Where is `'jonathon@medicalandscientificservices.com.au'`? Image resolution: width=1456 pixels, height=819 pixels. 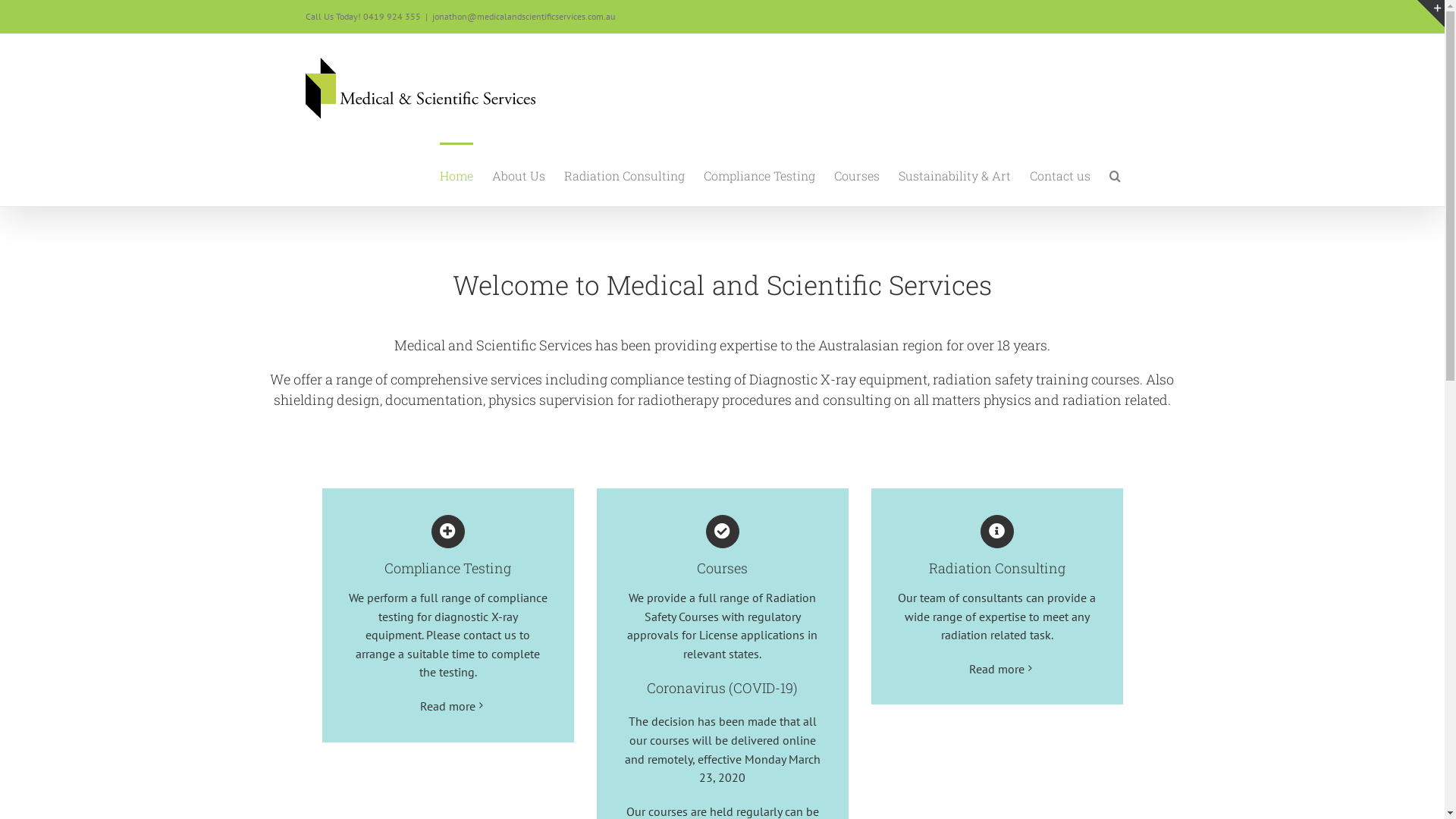 'jonathon@medicalandscientificservices.com.au' is located at coordinates (523, 16).